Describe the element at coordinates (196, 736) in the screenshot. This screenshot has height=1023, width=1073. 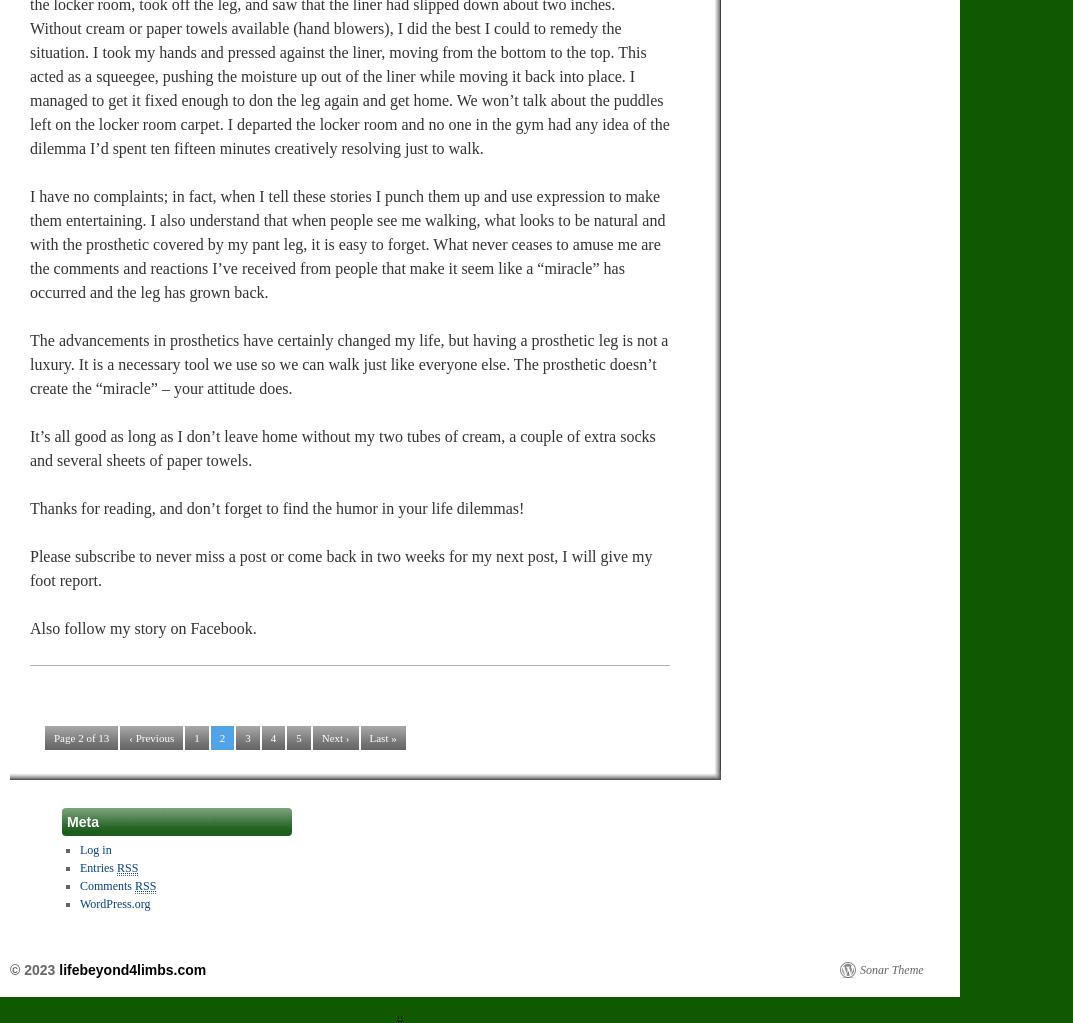
I see `'1'` at that location.